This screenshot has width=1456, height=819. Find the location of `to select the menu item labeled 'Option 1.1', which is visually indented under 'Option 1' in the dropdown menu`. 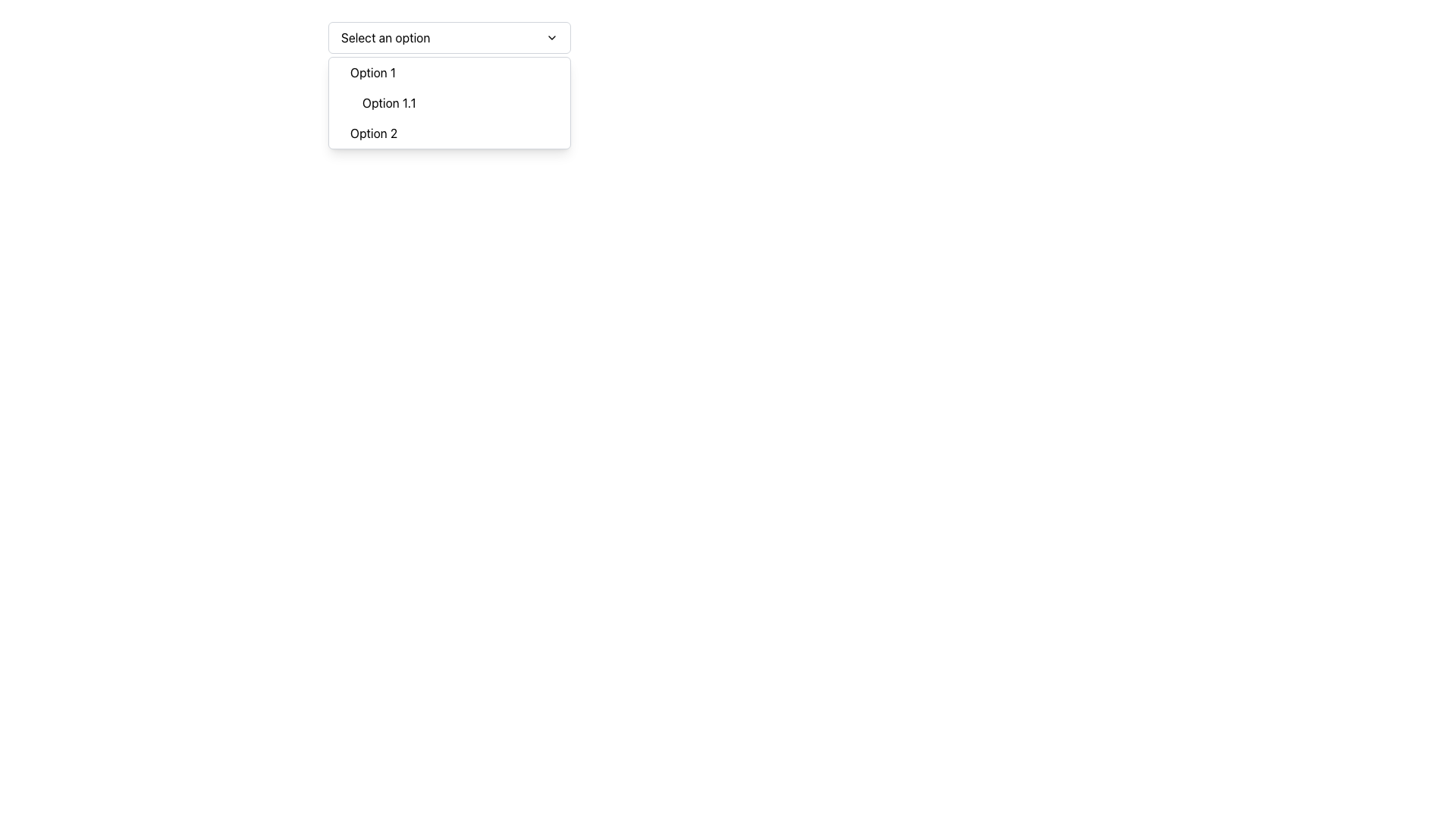

to select the menu item labeled 'Option 1.1', which is visually indented under 'Option 1' in the dropdown menu is located at coordinates (461, 102).